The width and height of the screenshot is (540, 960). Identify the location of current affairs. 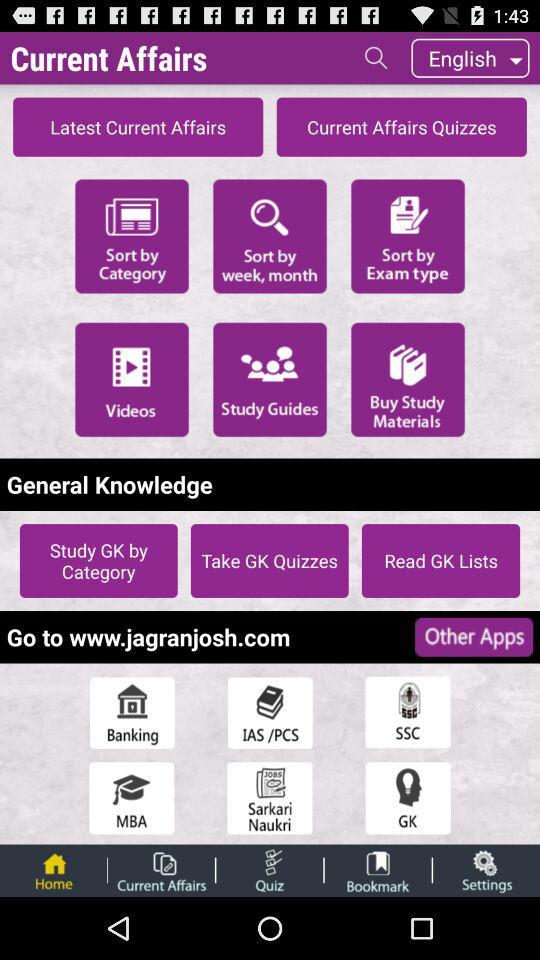
(160, 869).